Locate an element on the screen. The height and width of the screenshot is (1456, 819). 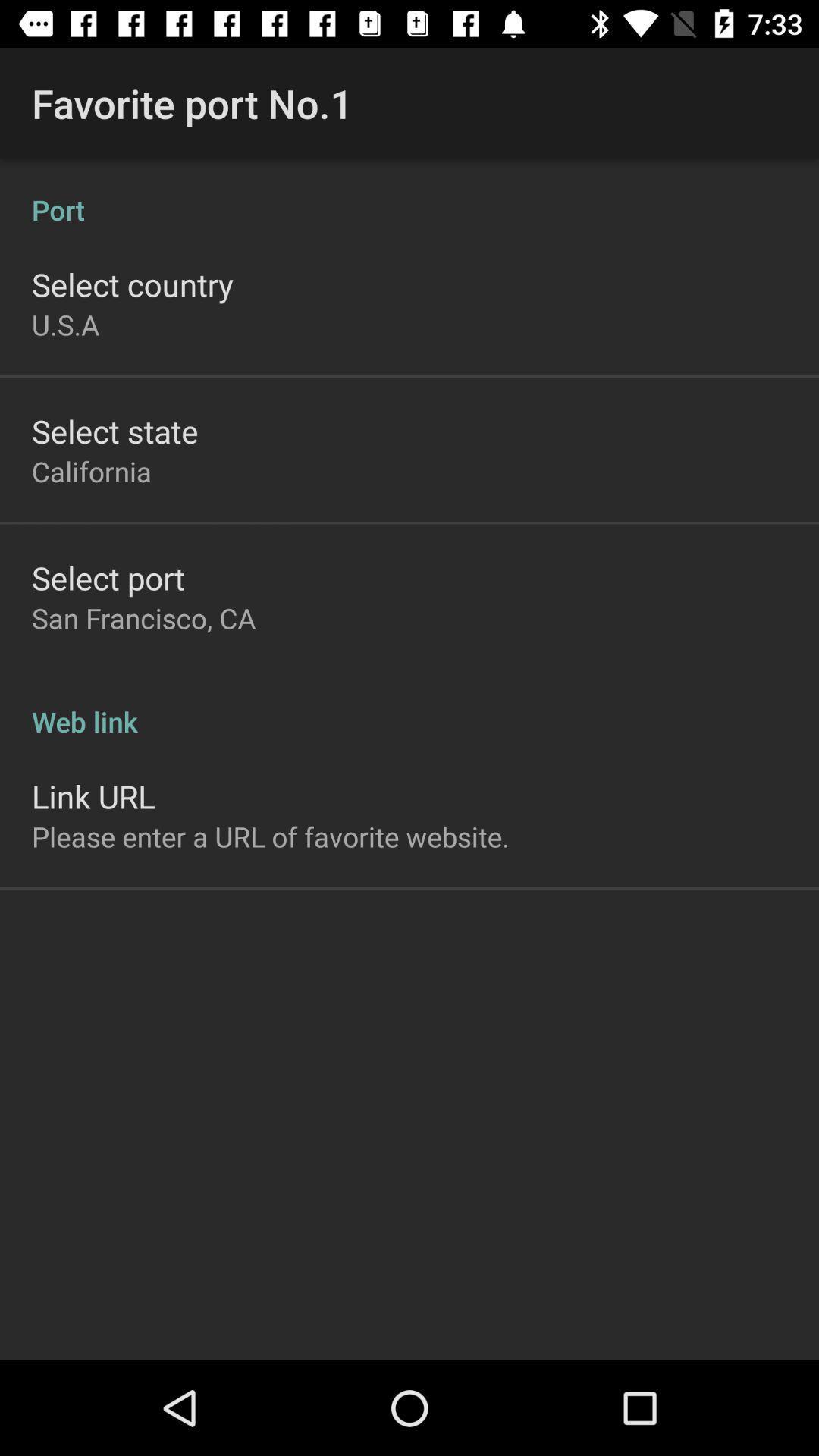
app above please enter a item is located at coordinates (93, 795).